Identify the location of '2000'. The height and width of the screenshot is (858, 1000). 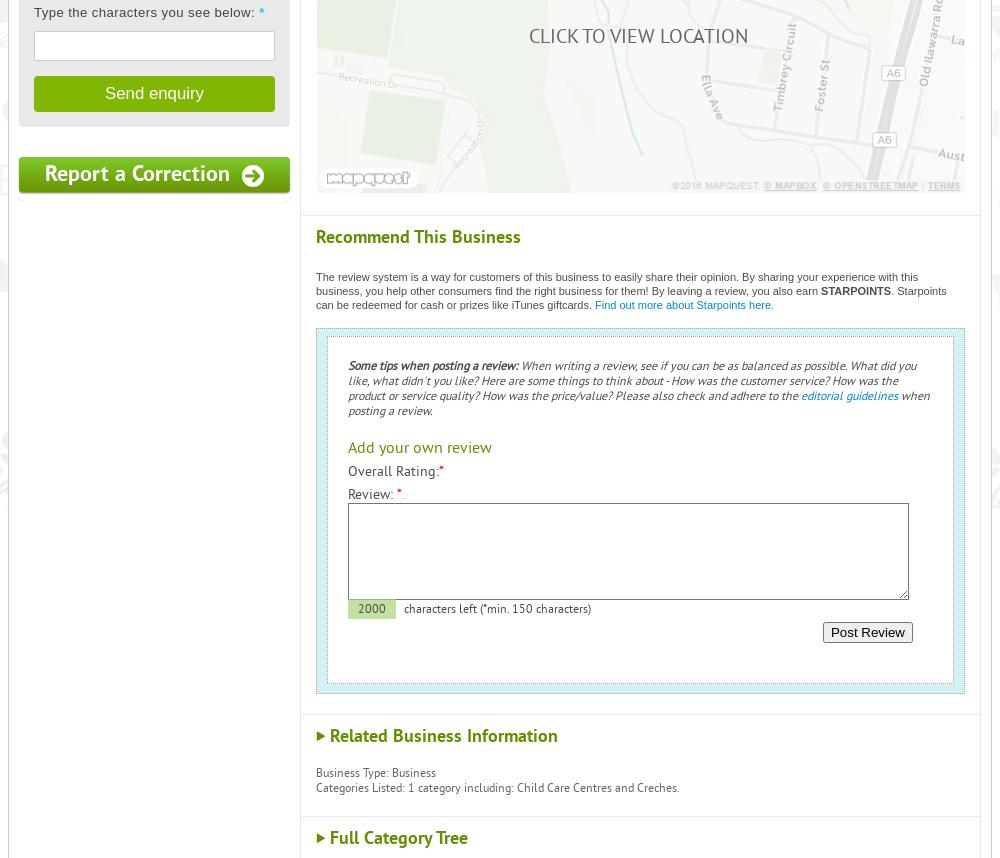
(371, 609).